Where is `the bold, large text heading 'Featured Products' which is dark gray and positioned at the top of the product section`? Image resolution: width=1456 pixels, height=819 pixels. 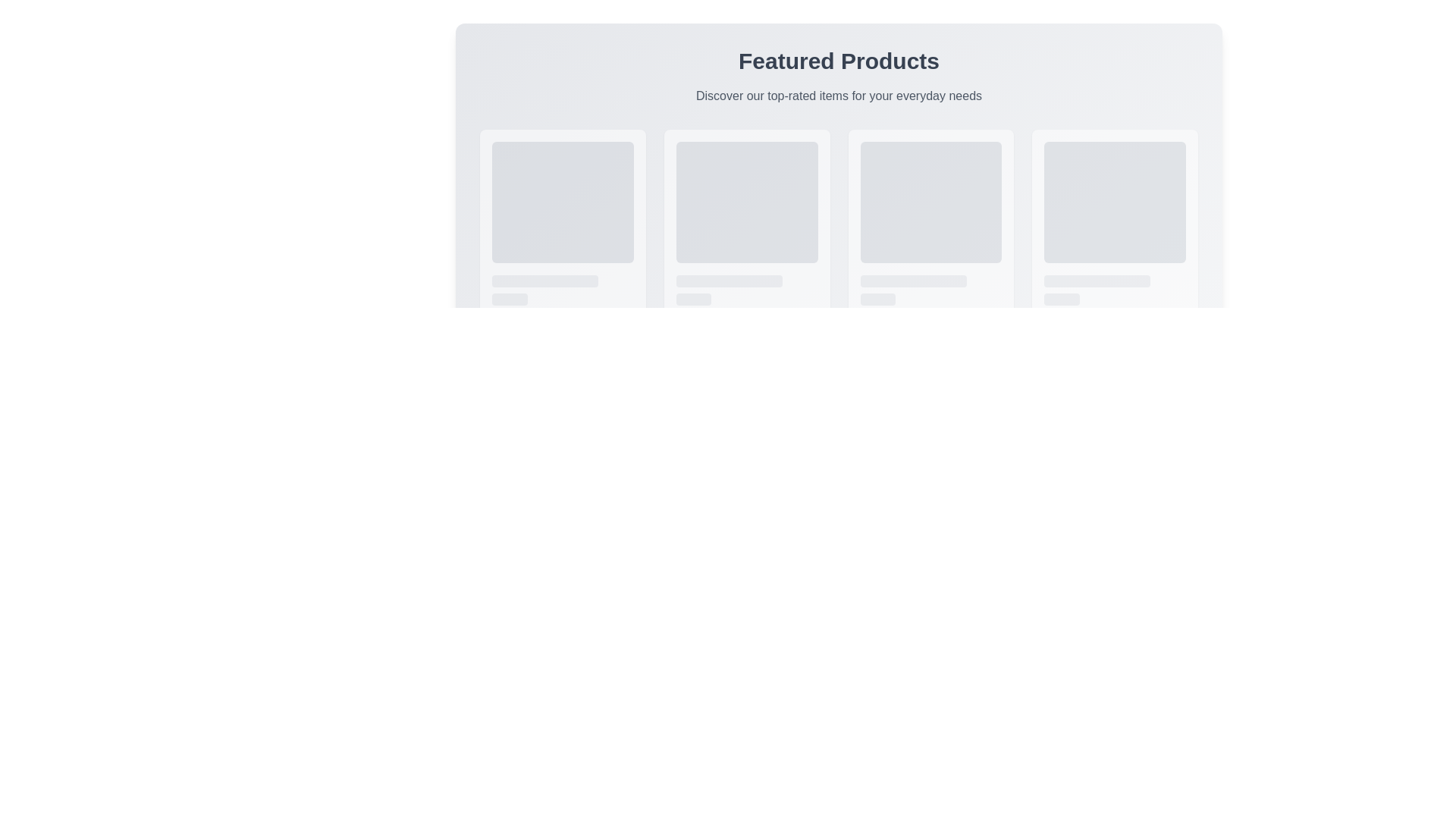
the bold, large text heading 'Featured Products' which is dark gray and positioned at the top of the product section is located at coordinates (838, 61).